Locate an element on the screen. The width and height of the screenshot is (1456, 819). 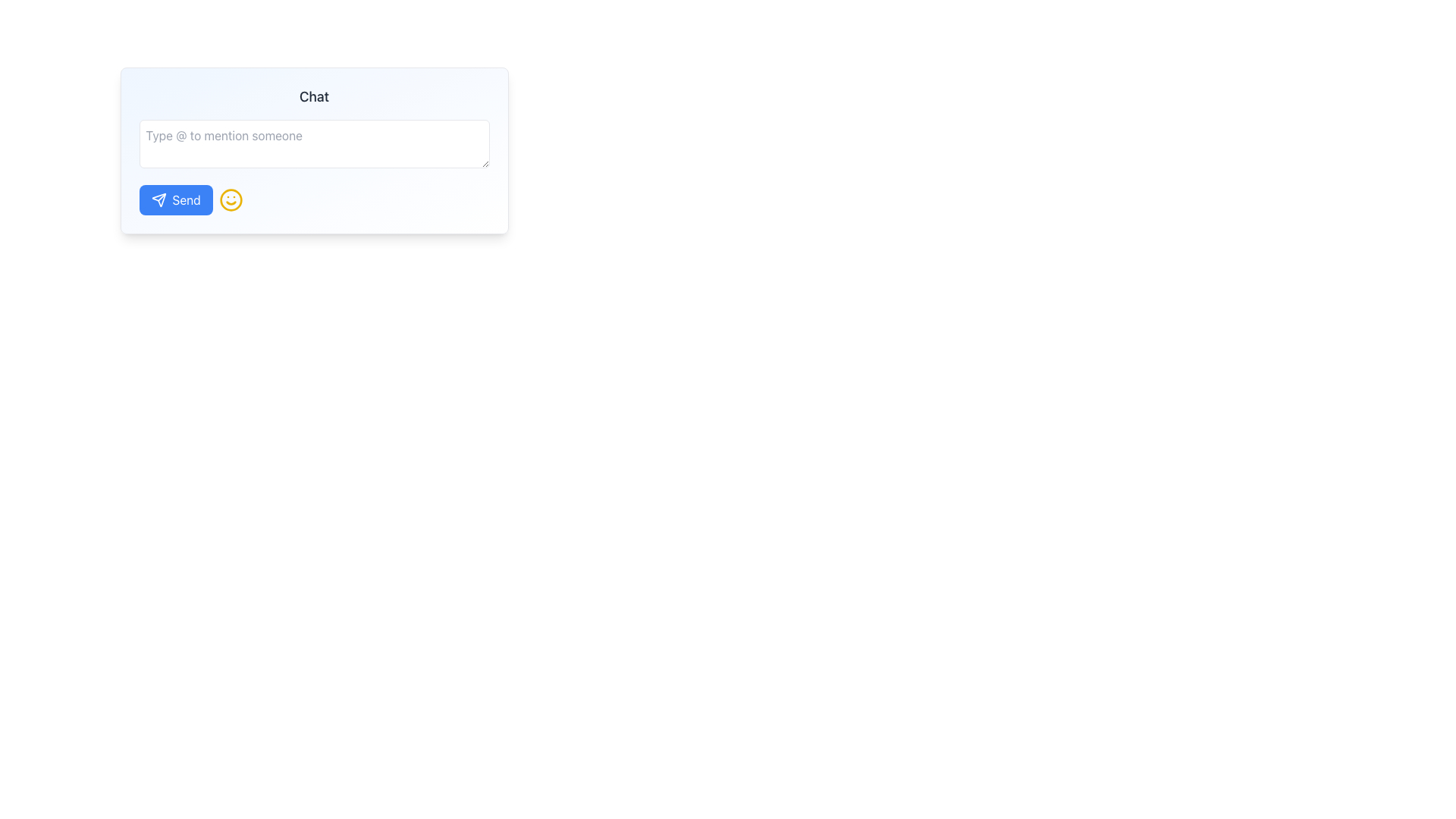
the emoji picker Icon button located to the right of the 'Send' button is located at coordinates (230, 199).